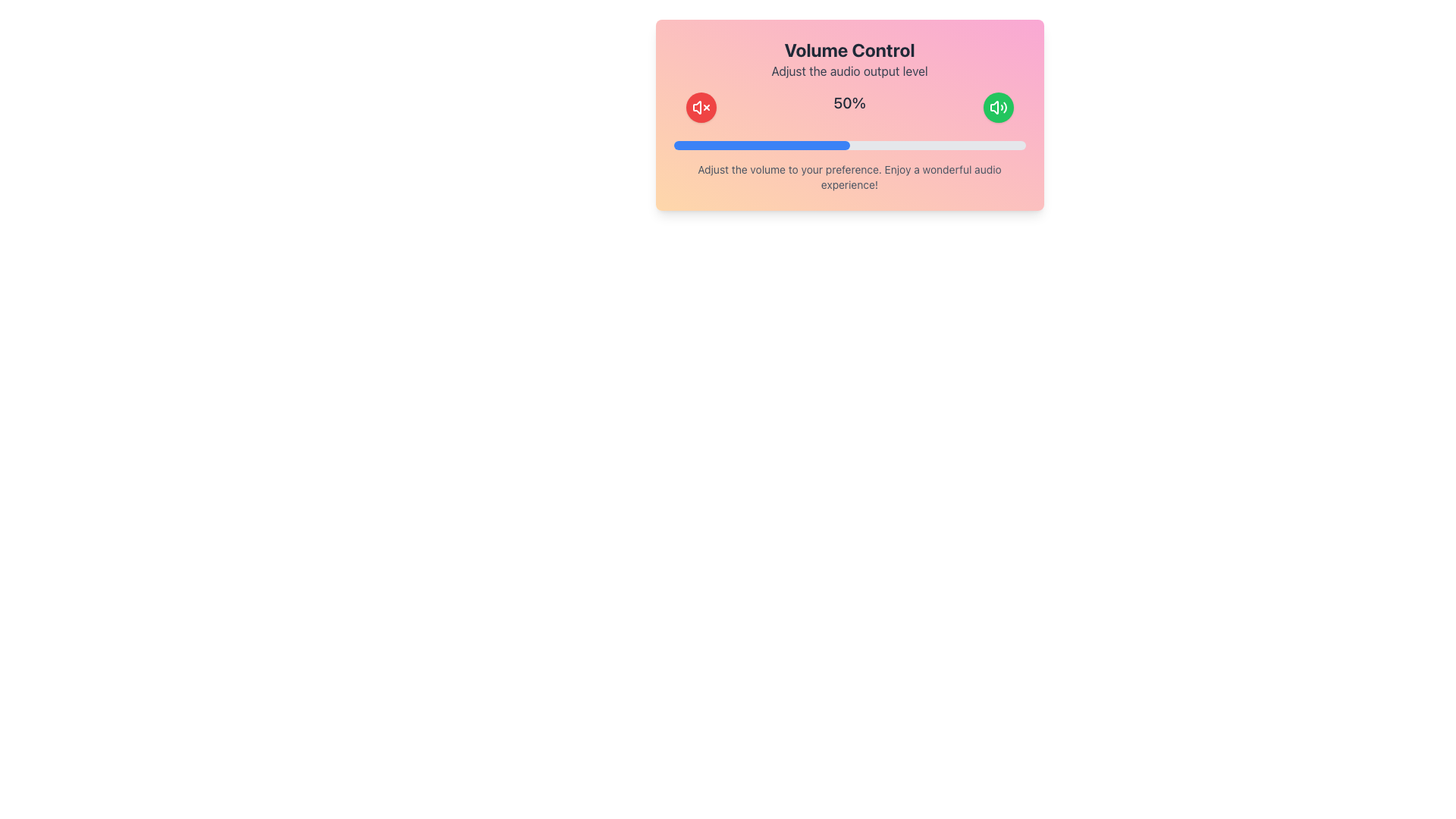 The width and height of the screenshot is (1456, 819). Describe the element at coordinates (789, 146) in the screenshot. I see `the volume` at that location.